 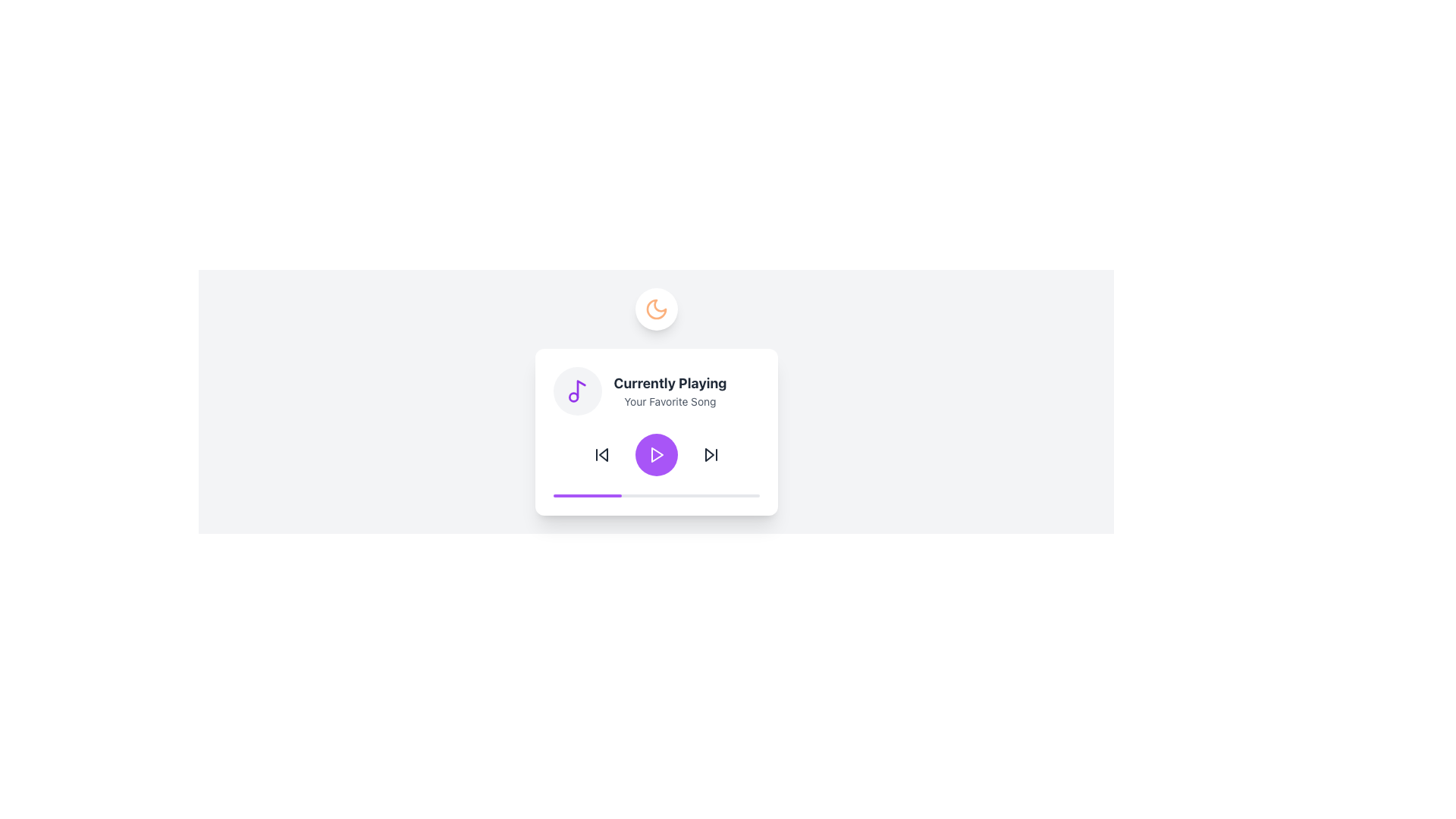 What do you see at coordinates (576, 391) in the screenshot?
I see `the purple music note icon positioned to the left of the 'Currently Playing' text within a circular light-gray background` at bounding box center [576, 391].